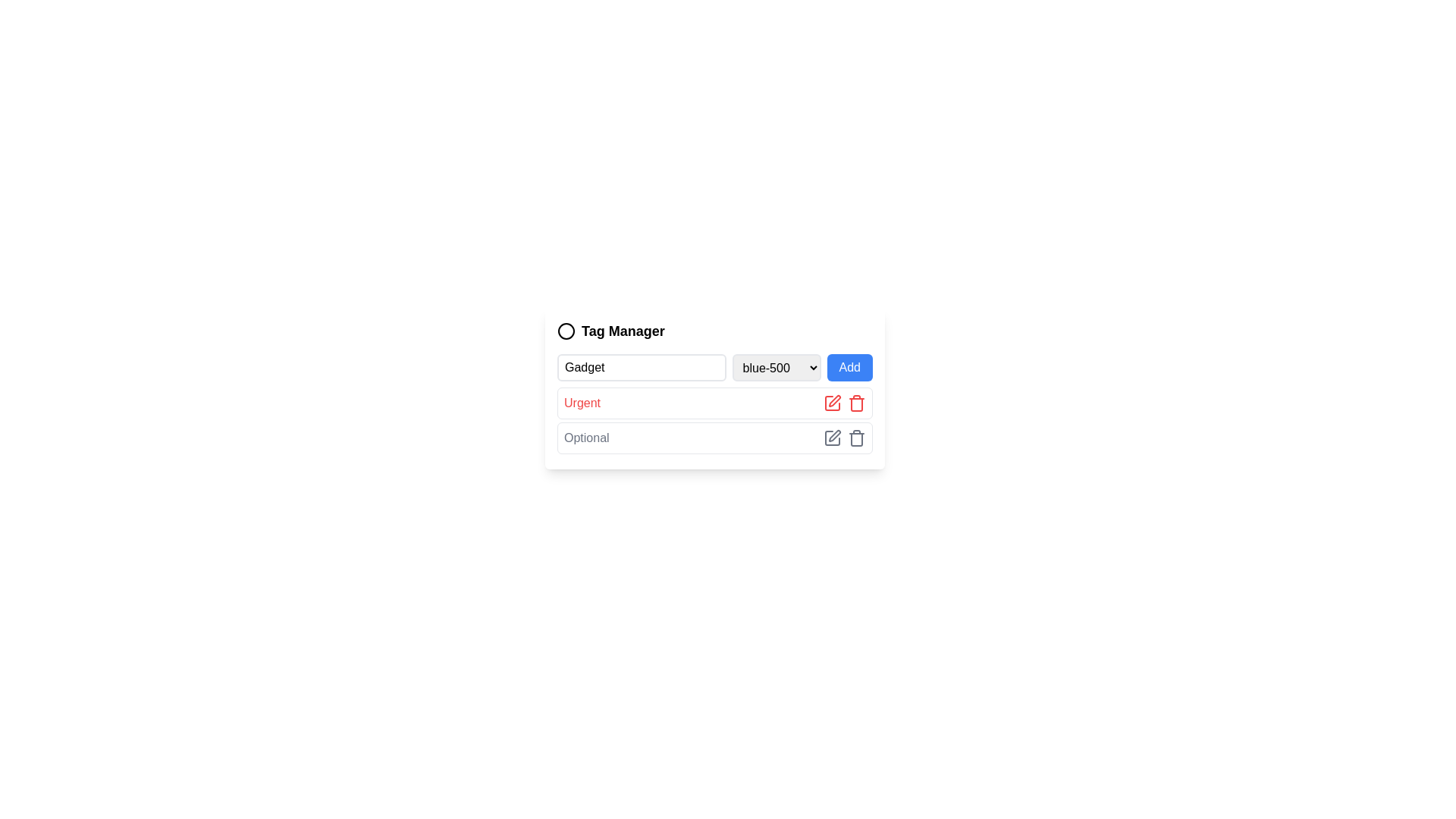  What do you see at coordinates (776, 368) in the screenshot?
I see `the dropdown menu labeled 'blue-500' located between the 'Gadget' text input and the 'Add' button in the Tag Manager section` at bounding box center [776, 368].